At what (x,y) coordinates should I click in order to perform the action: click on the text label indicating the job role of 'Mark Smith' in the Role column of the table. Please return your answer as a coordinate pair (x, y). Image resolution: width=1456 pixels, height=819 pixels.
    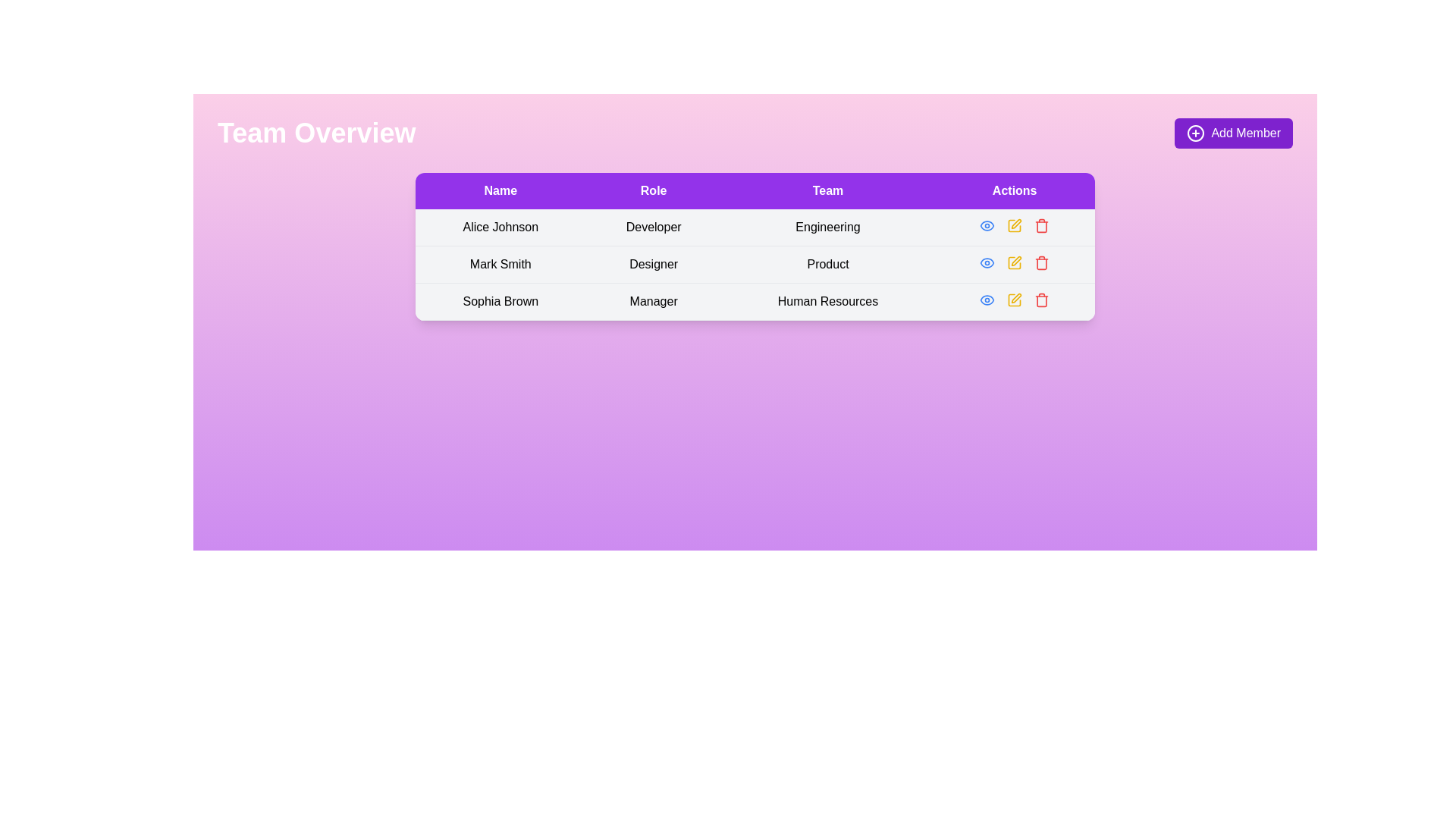
    Looking at the image, I should click on (654, 263).